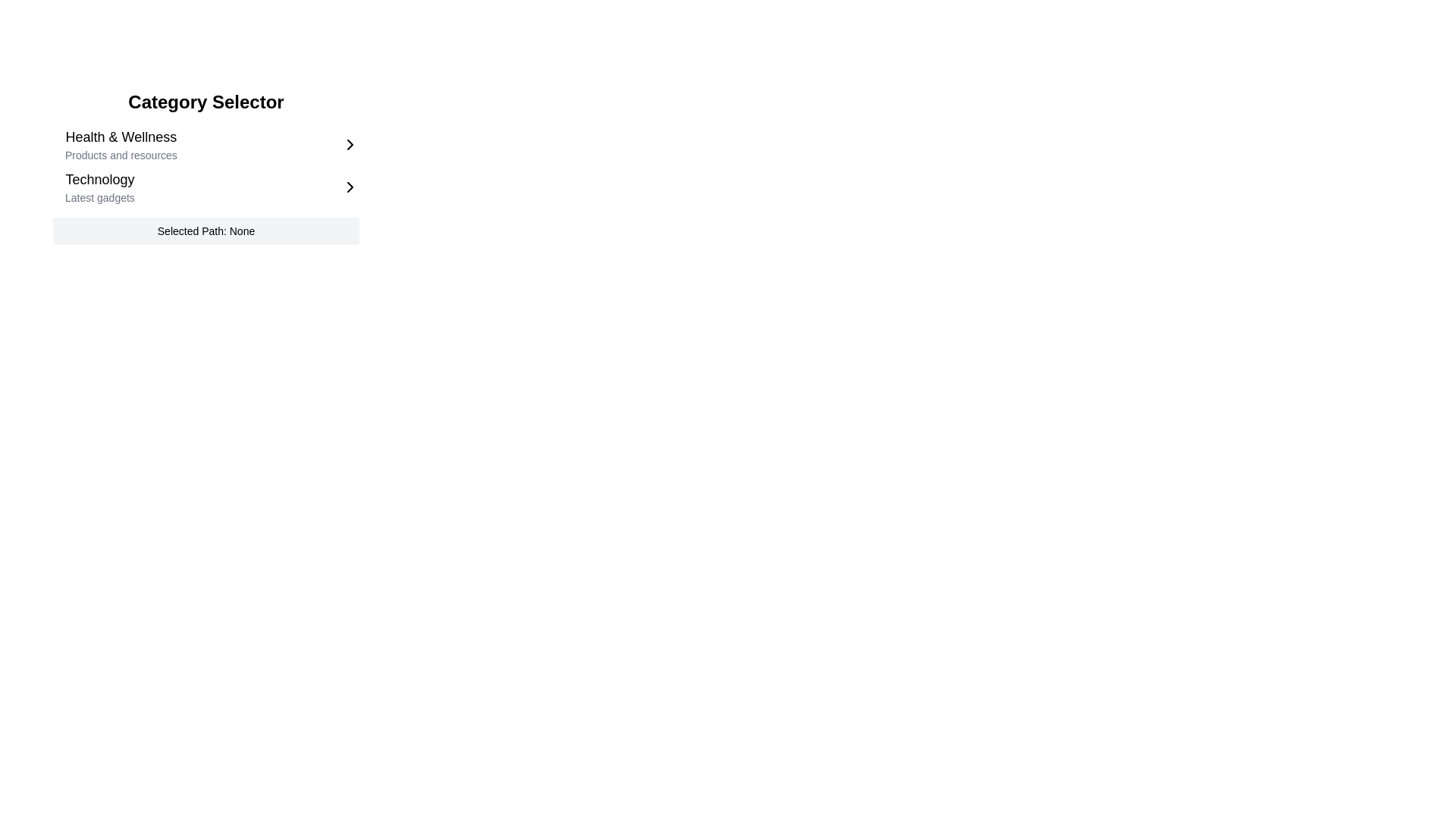 The image size is (1456, 819). I want to click on the list item labeled 'Health & Wellness' with a subtitle 'Products and resources' to navigate through the keyboard, so click(206, 145).